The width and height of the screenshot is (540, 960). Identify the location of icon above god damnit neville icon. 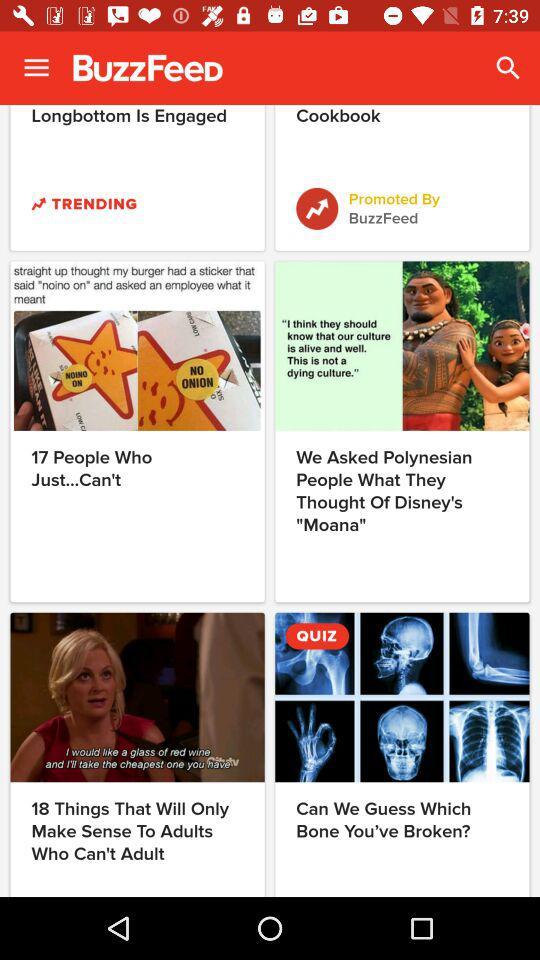
(36, 68).